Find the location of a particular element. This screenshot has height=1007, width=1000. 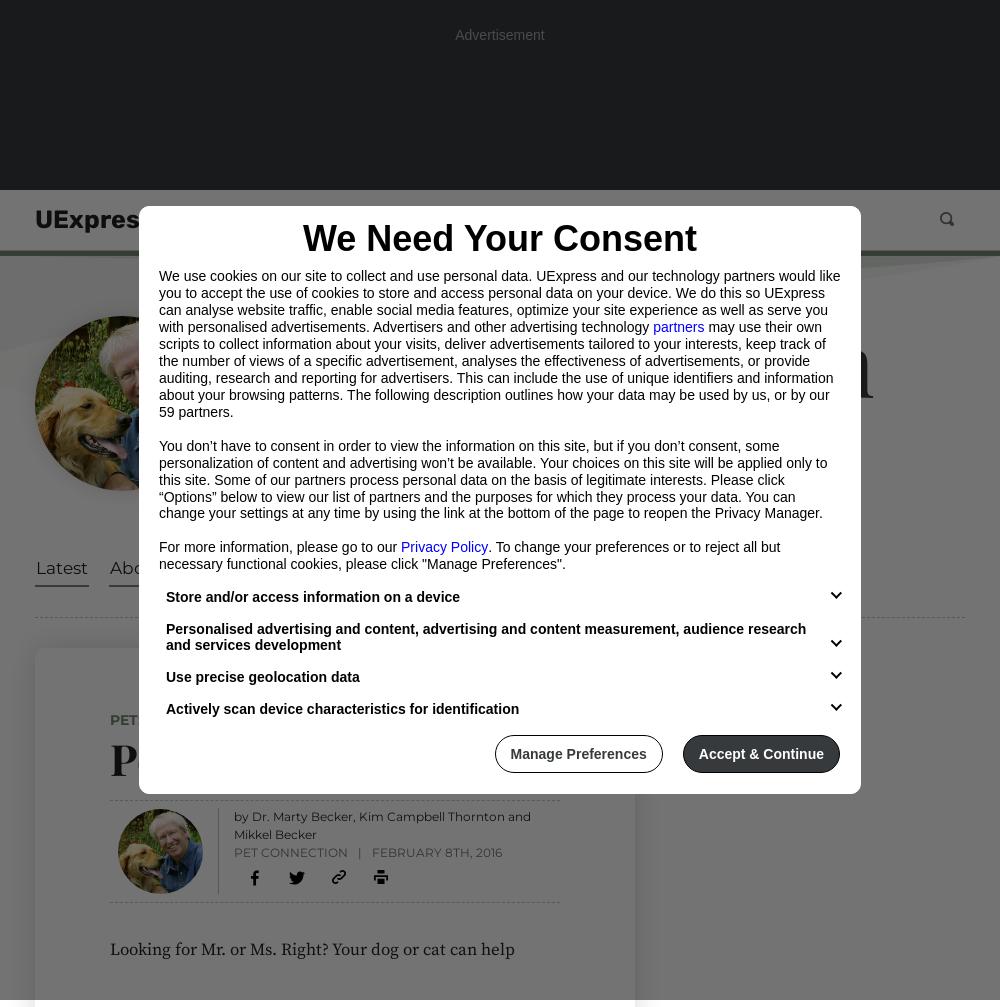

'February 8th, 2016' is located at coordinates (436, 851).